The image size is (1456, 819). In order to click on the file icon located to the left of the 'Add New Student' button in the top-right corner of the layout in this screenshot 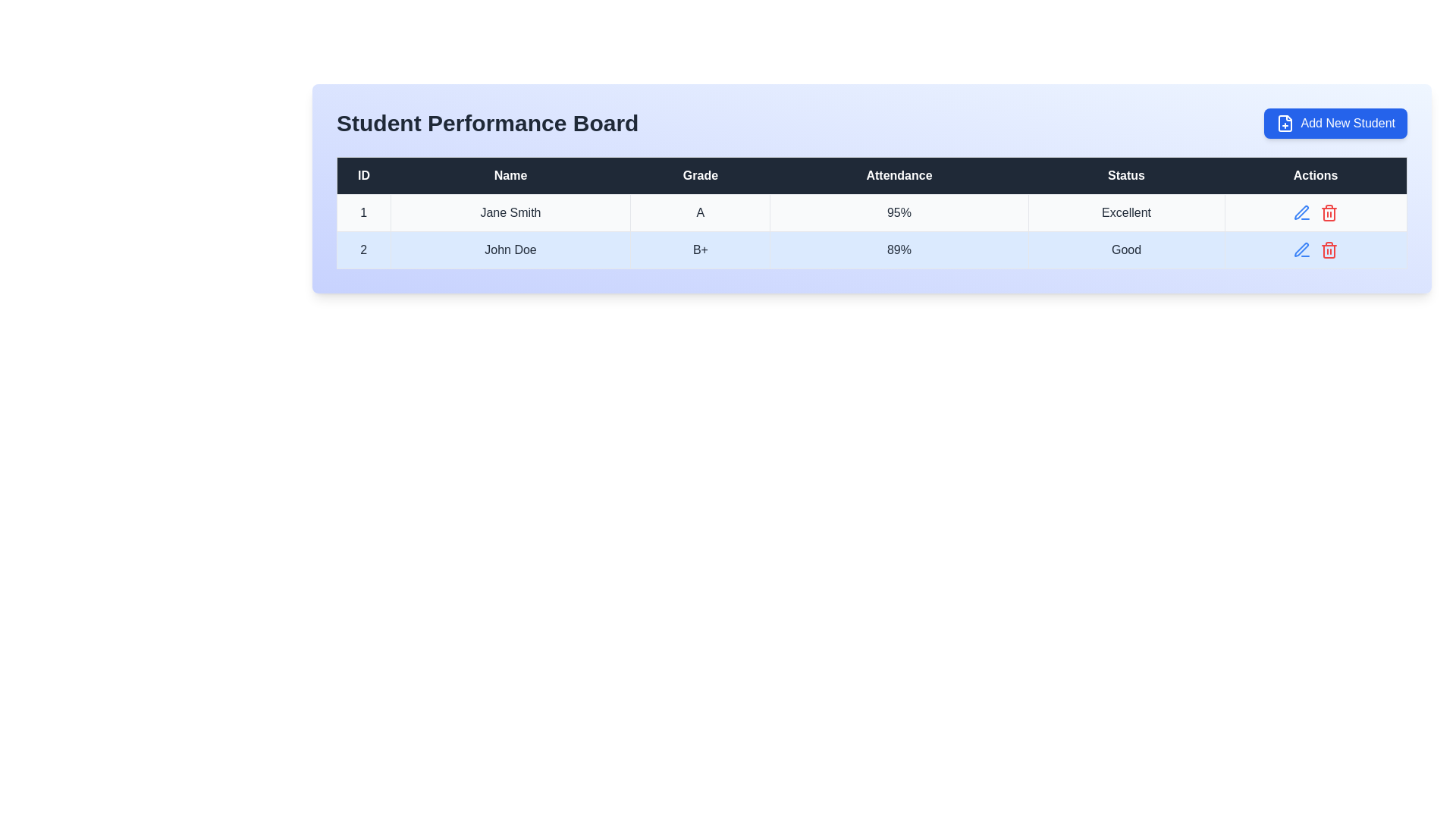, I will do `click(1285, 122)`.